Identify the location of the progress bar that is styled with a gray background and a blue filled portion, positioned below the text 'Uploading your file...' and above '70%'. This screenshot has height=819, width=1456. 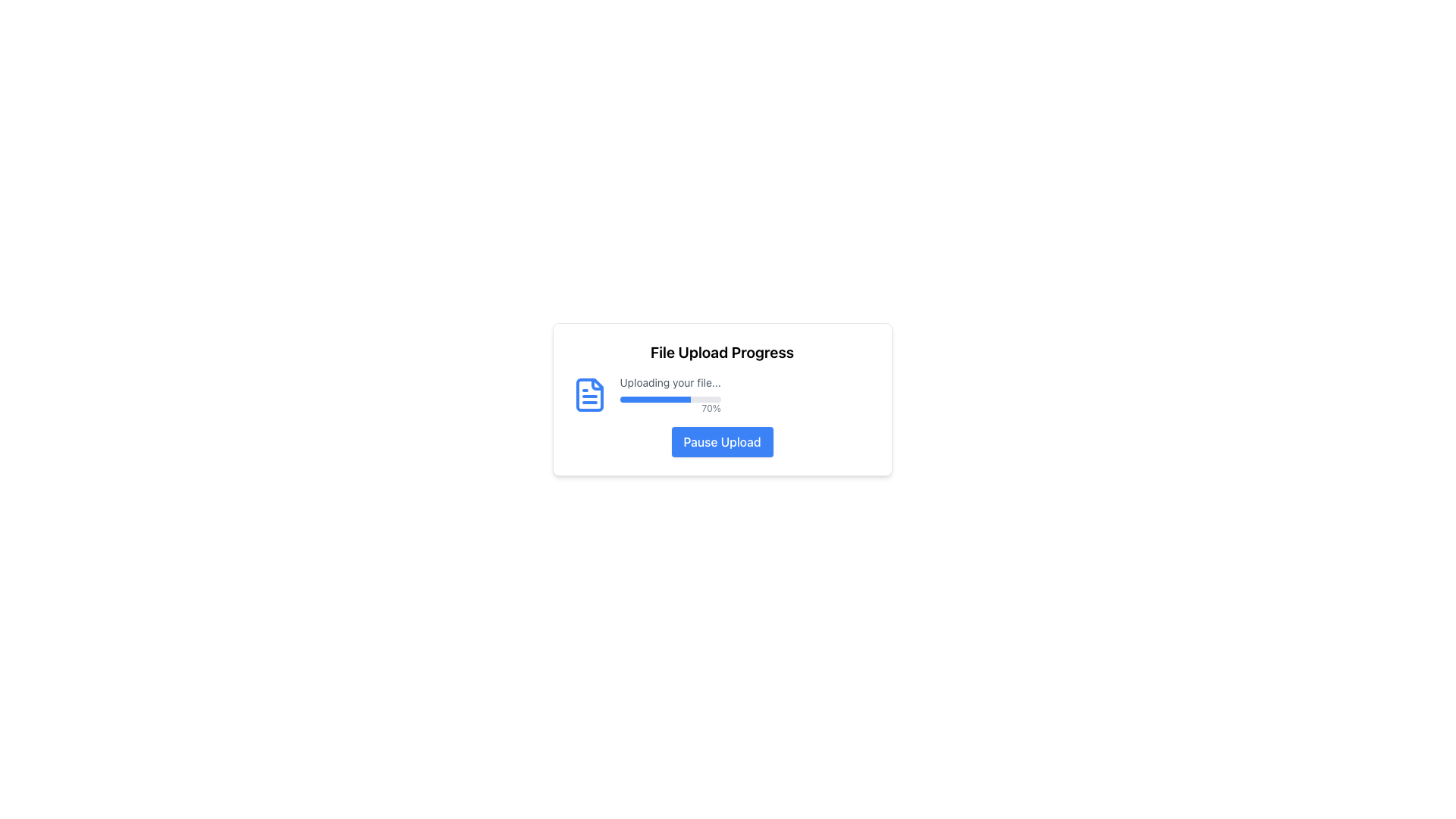
(670, 399).